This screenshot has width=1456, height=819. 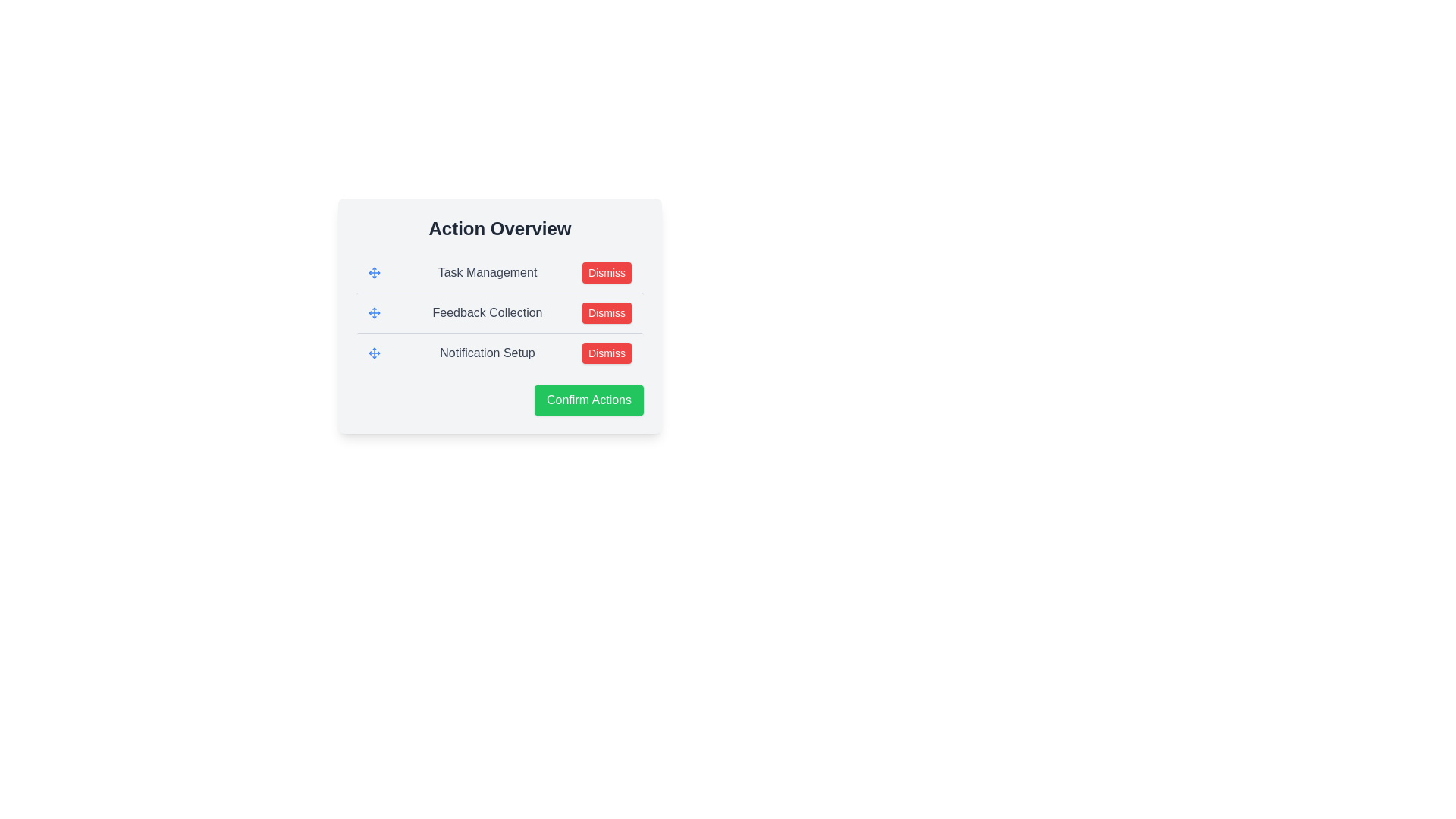 I want to click on the drag handle icon located to the left of the 'Notification Setup' text to observe further UI effects, so click(x=375, y=353).